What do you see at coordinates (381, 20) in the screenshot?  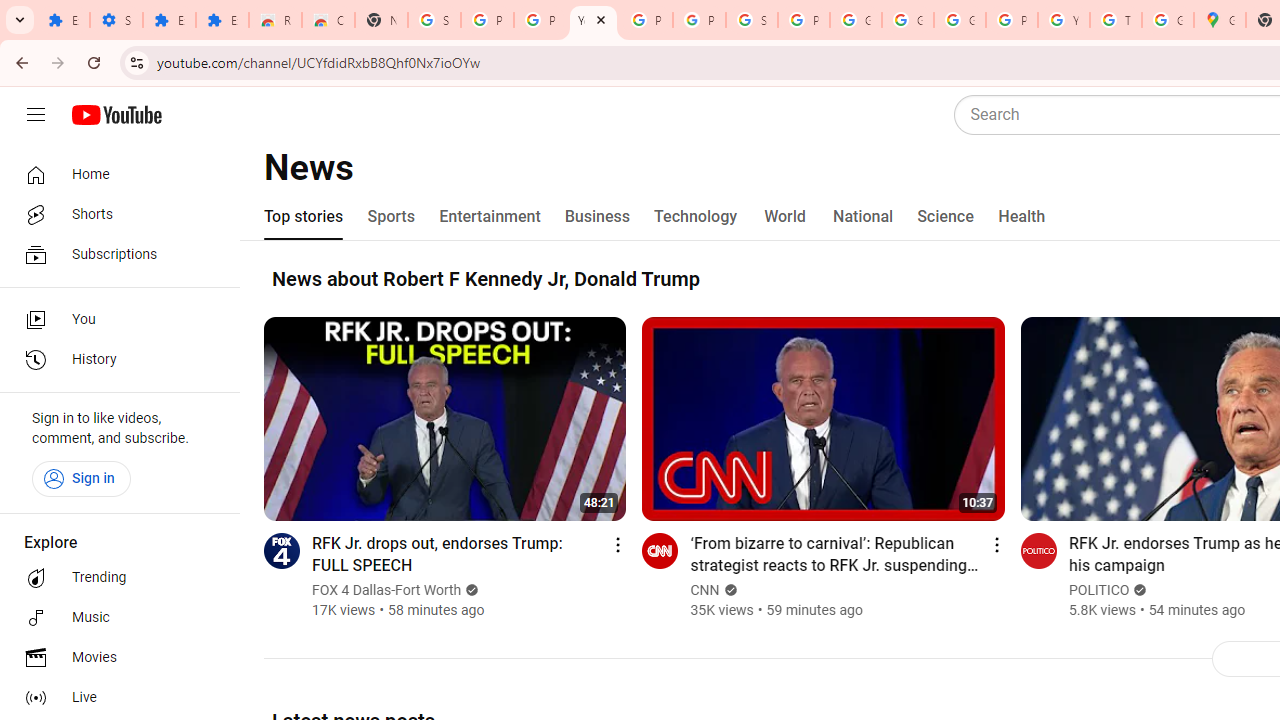 I see `'New Tab'` at bounding box center [381, 20].